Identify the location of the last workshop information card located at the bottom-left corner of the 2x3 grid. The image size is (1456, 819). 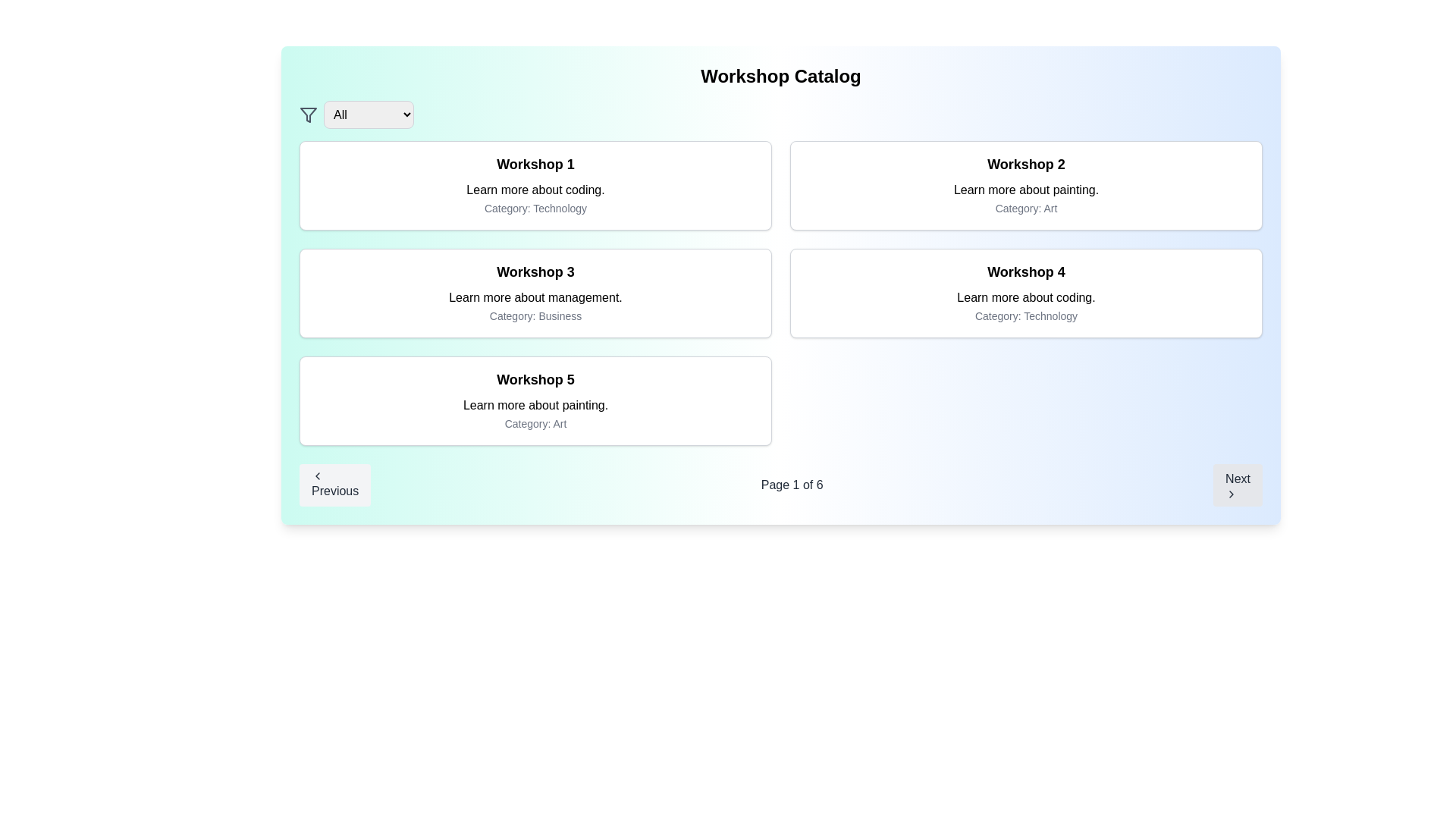
(535, 400).